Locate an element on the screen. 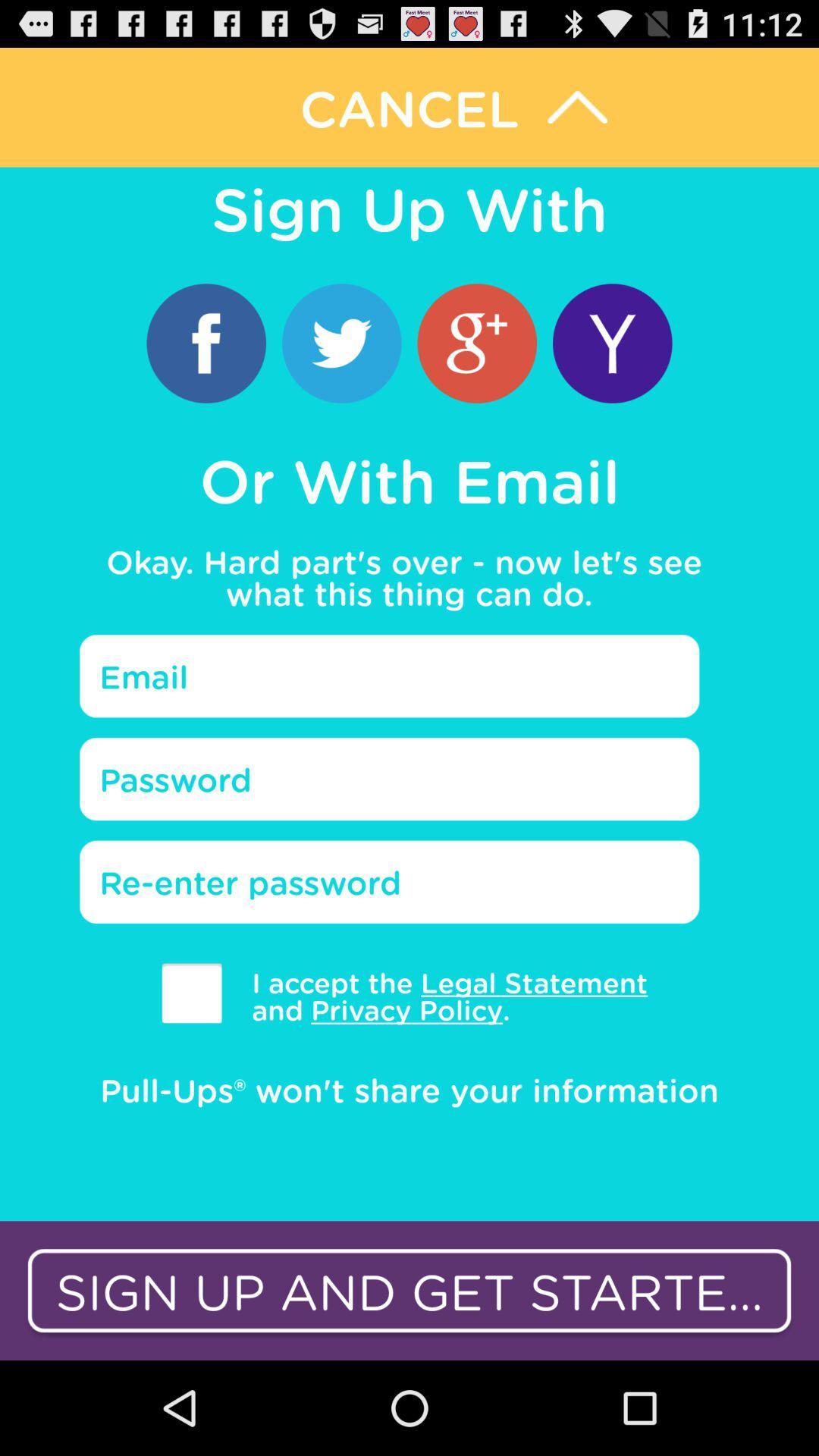 The width and height of the screenshot is (819, 1456). sign up with twitter is located at coordinates (341, 342).